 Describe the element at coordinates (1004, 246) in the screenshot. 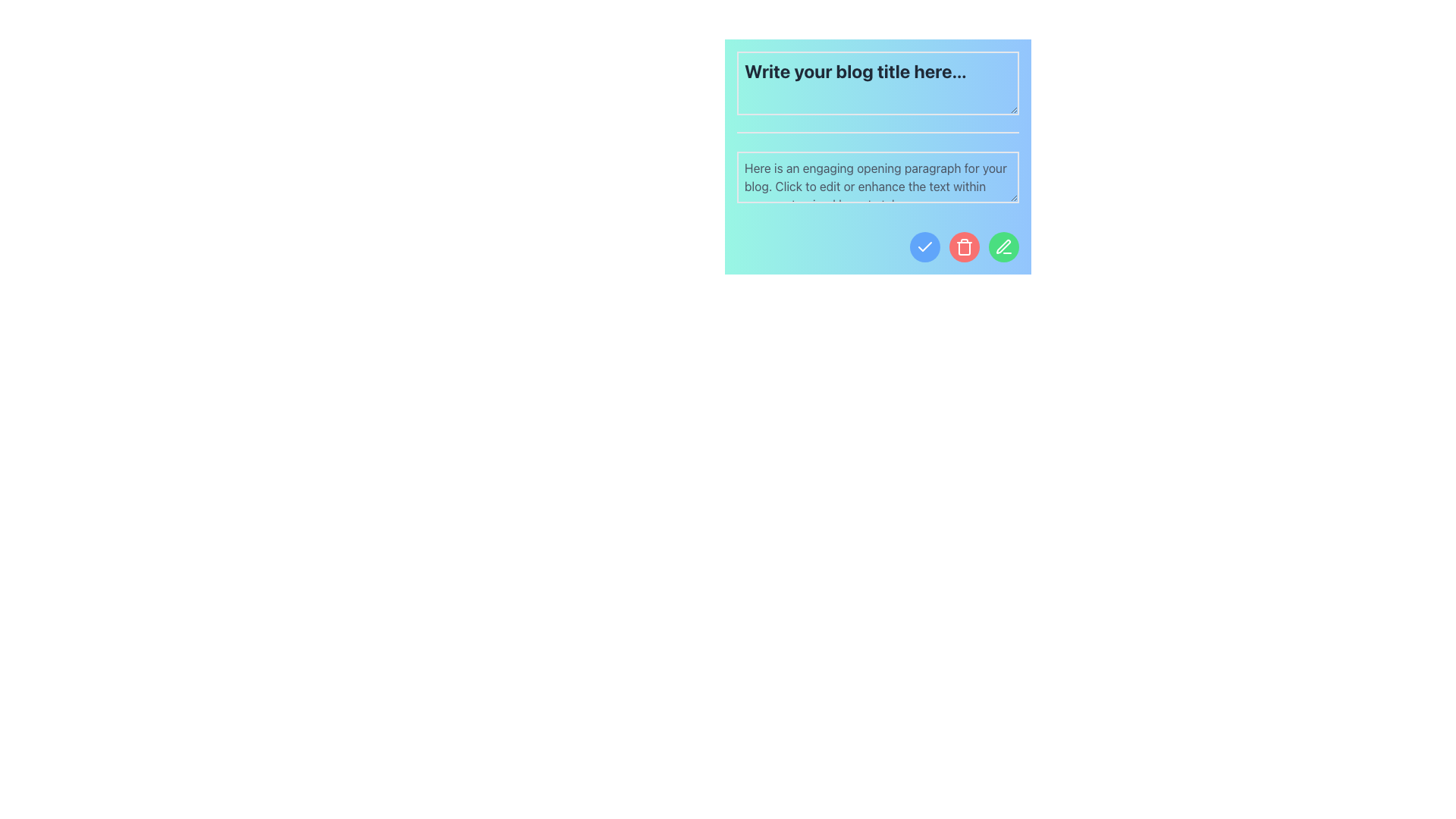

I see `the circular green button with a white pen icon` at that location.